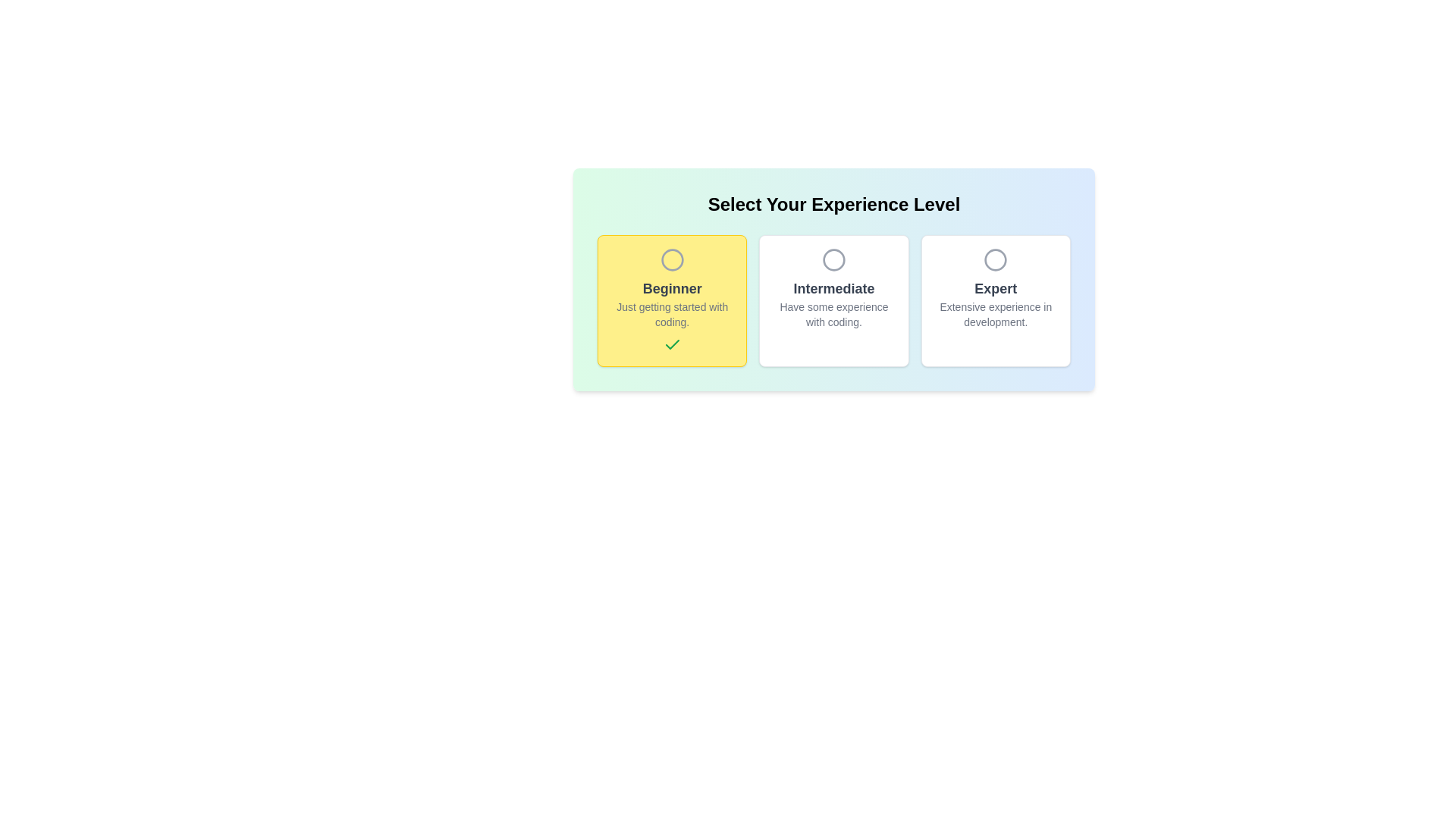  I want to click on the static text that provides descriptive information about the 'Beginner' option, located below the 'Beginner' text inside the yellow-highlighted box in the 'Select Your Experience Level' section, so click(671, 314).